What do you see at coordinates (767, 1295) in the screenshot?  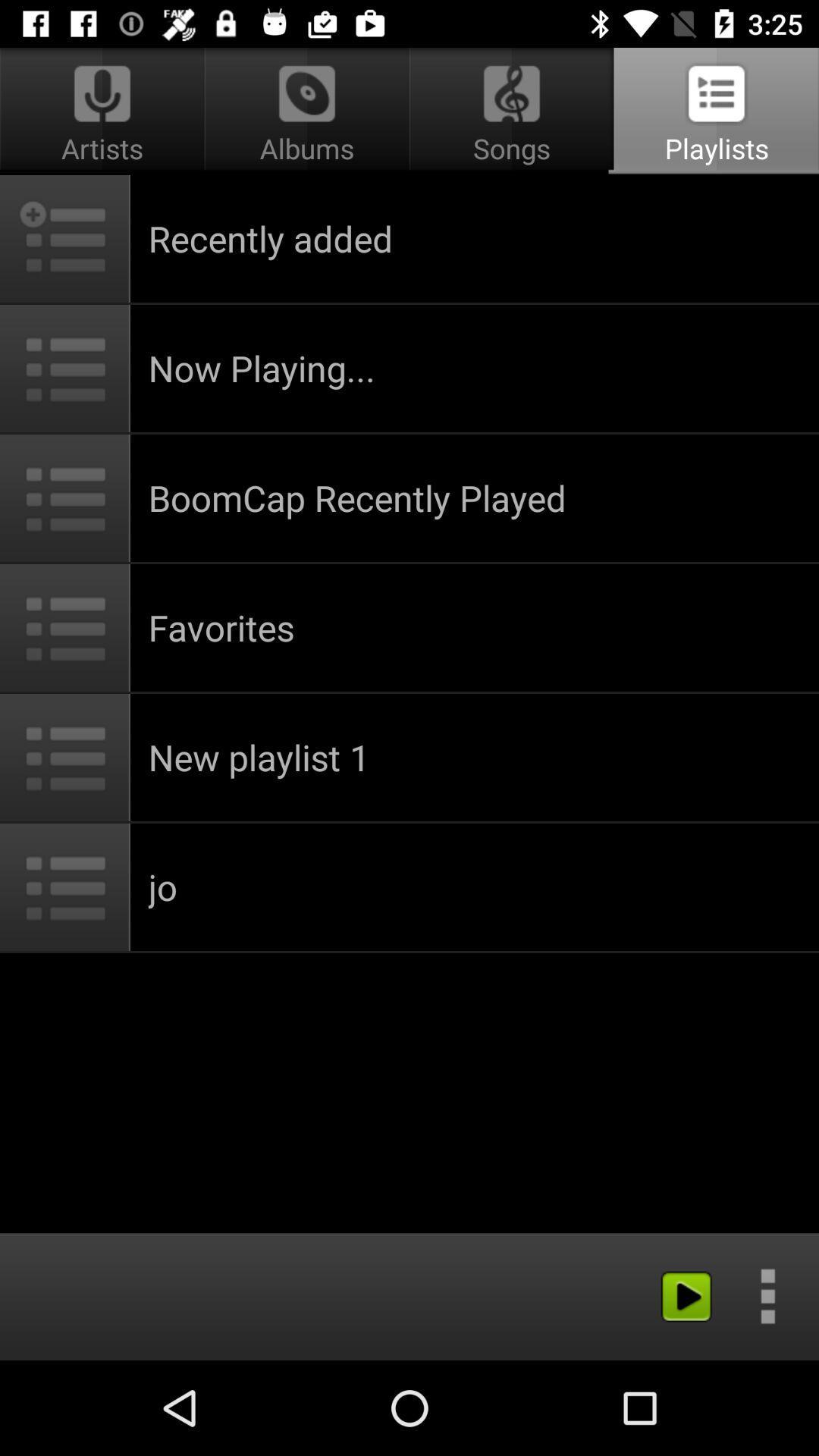 I see `the more icon` at bounding box center [767, 1295].